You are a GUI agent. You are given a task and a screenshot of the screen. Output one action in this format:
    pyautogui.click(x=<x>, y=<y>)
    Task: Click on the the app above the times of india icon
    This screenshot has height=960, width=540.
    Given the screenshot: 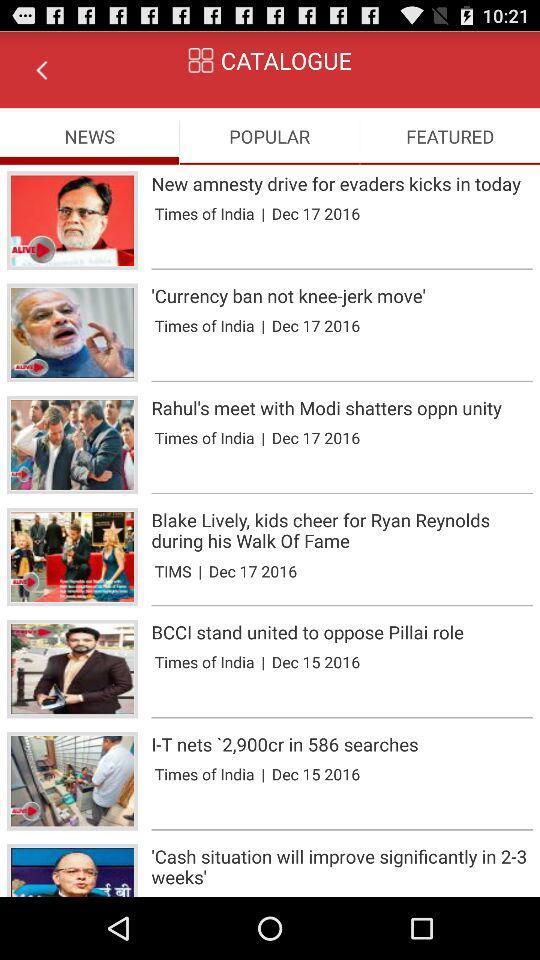 What is the action you would take?
    pyautogui.click(x=341, y=294)
    